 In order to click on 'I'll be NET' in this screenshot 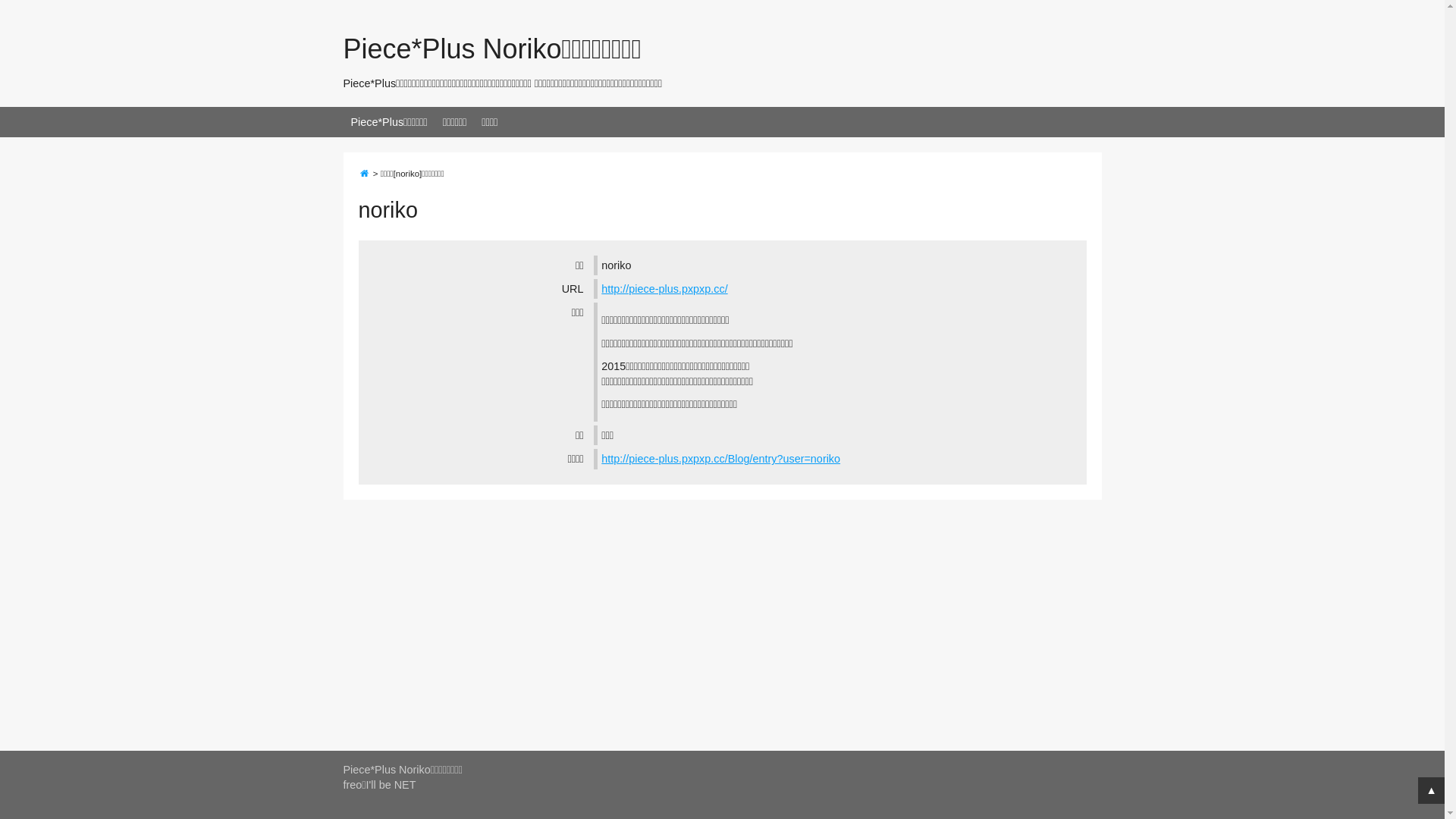, I will do `click(391, 784)`.